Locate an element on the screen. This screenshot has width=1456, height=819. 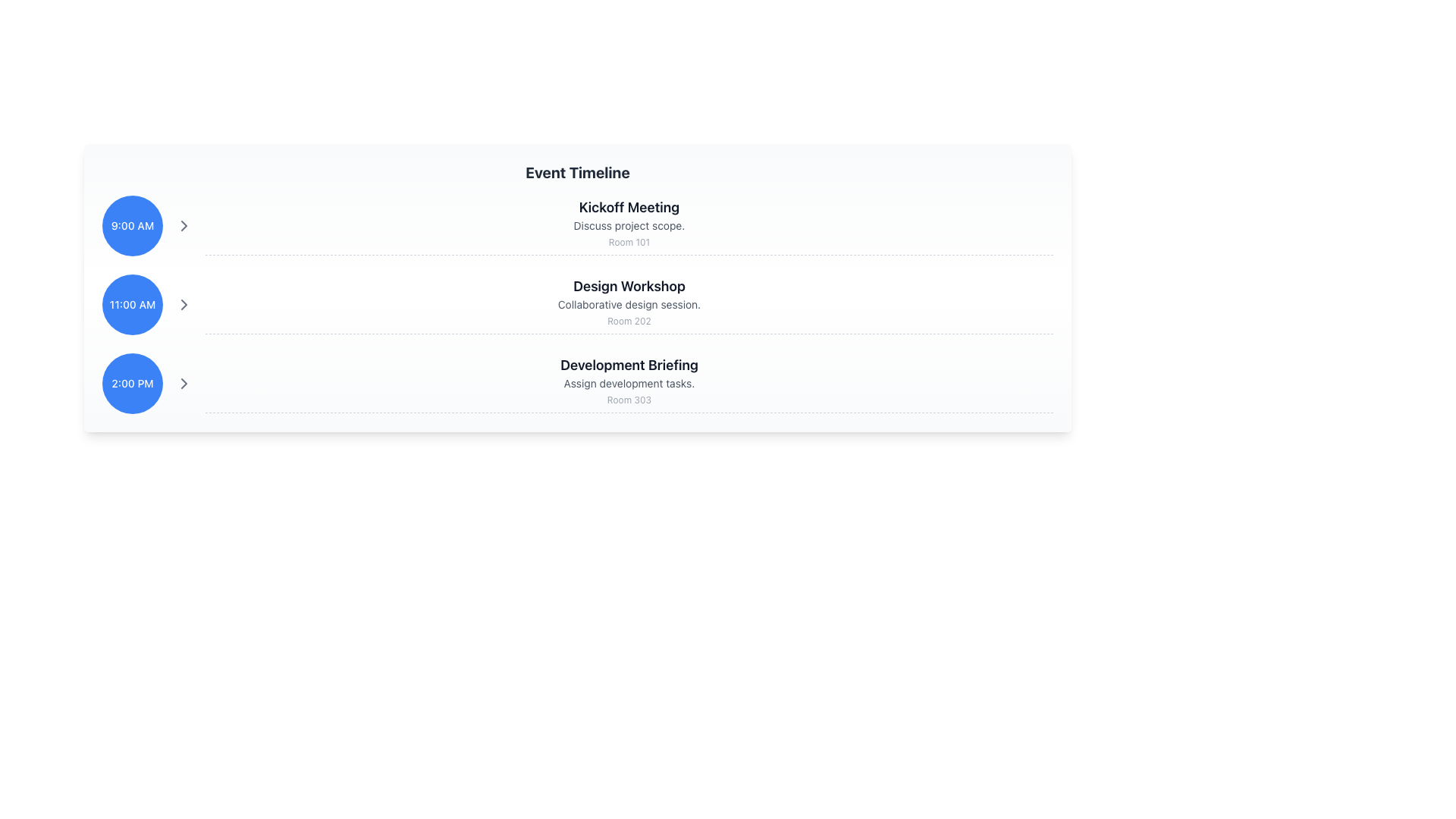
the third chevron icon in the vertical list next to the 'Development Briefing' event at 2:00 PM to indicate interactivity is located at coordinates (184, 382).